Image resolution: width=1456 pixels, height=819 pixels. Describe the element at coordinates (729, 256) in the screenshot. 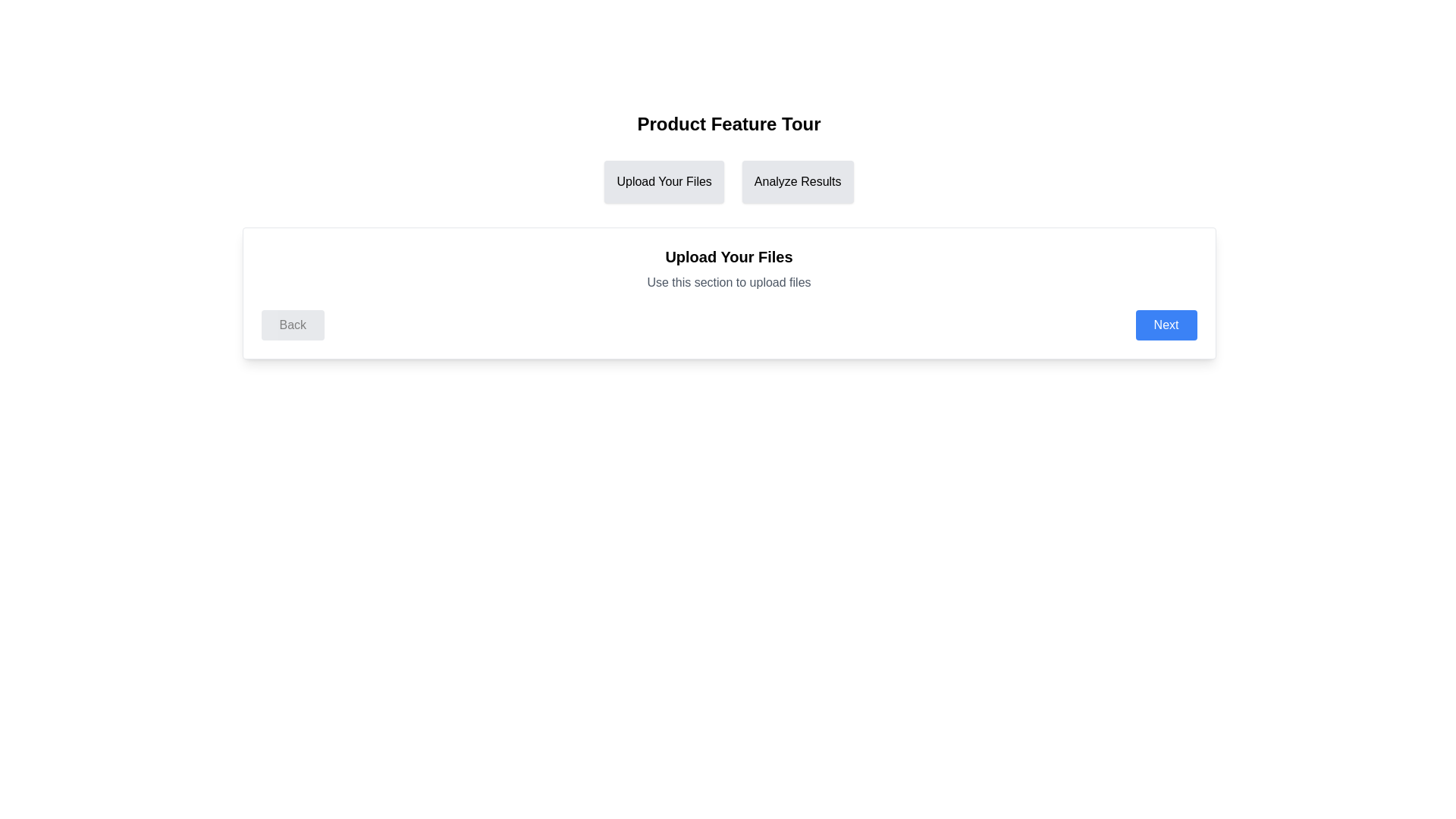

I see `the prominent Text Label displaying 'Upload Your Files', which is located above the description text 'Use this section to upload files'` at that location.